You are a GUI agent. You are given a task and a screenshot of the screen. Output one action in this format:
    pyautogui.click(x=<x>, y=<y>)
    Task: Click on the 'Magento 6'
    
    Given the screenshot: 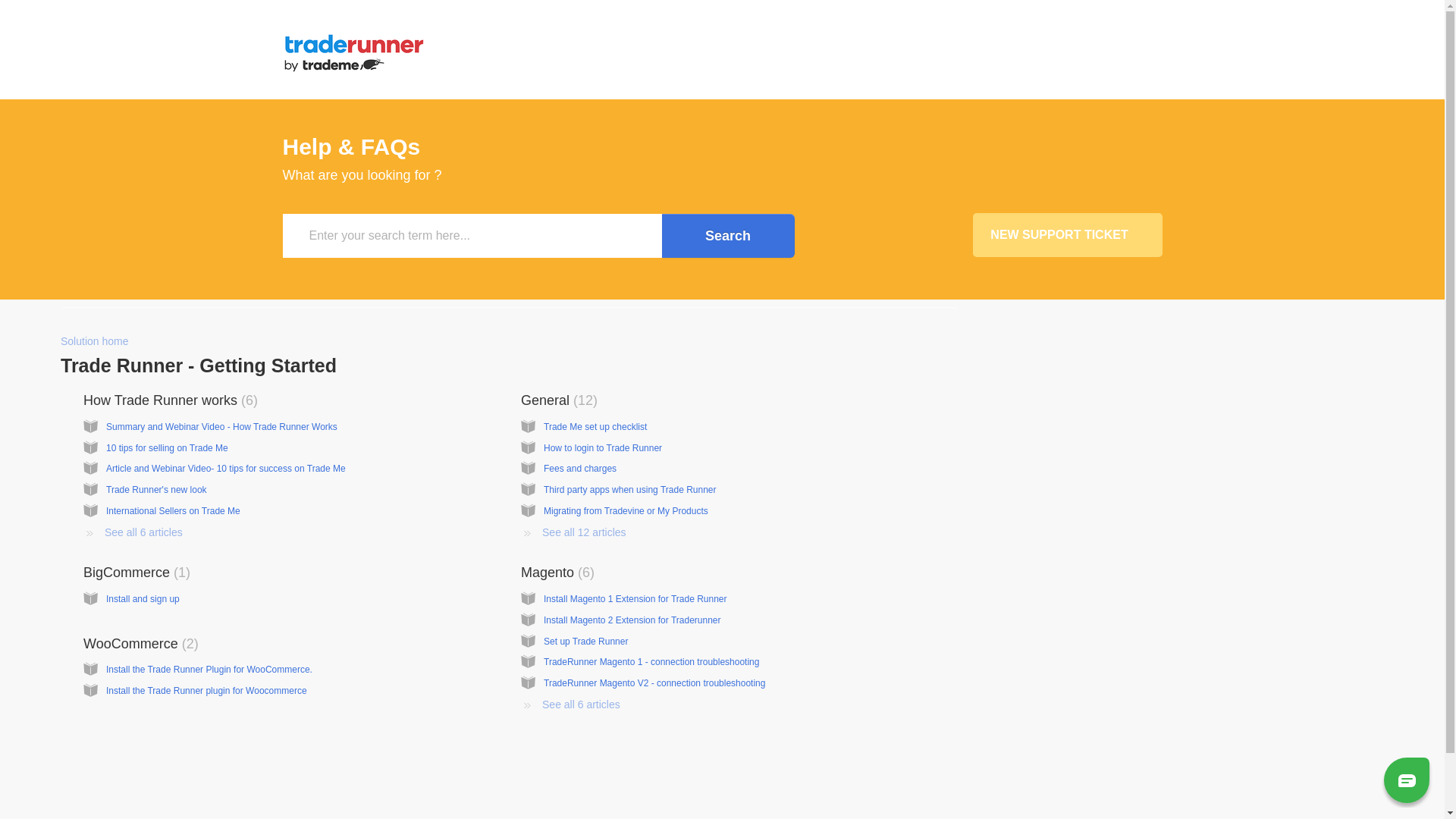 What is the action you would take?
    pyautogui.click(x=557, y=573)
    